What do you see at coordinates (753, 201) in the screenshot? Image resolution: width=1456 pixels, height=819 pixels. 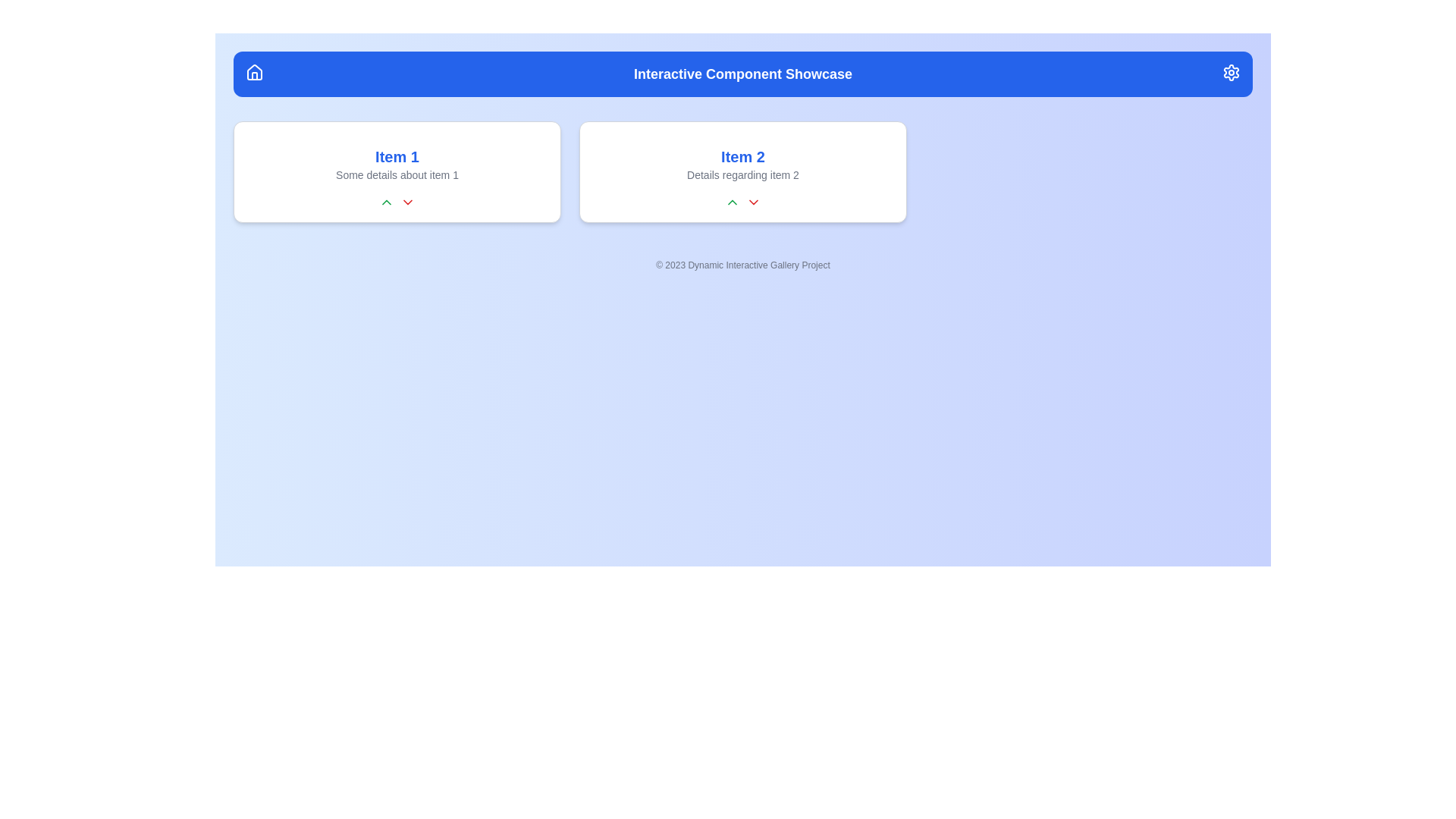 I see `the icon button located at the bottom-right corner of the 'Item 2' card` at bounding box center [753, 201].